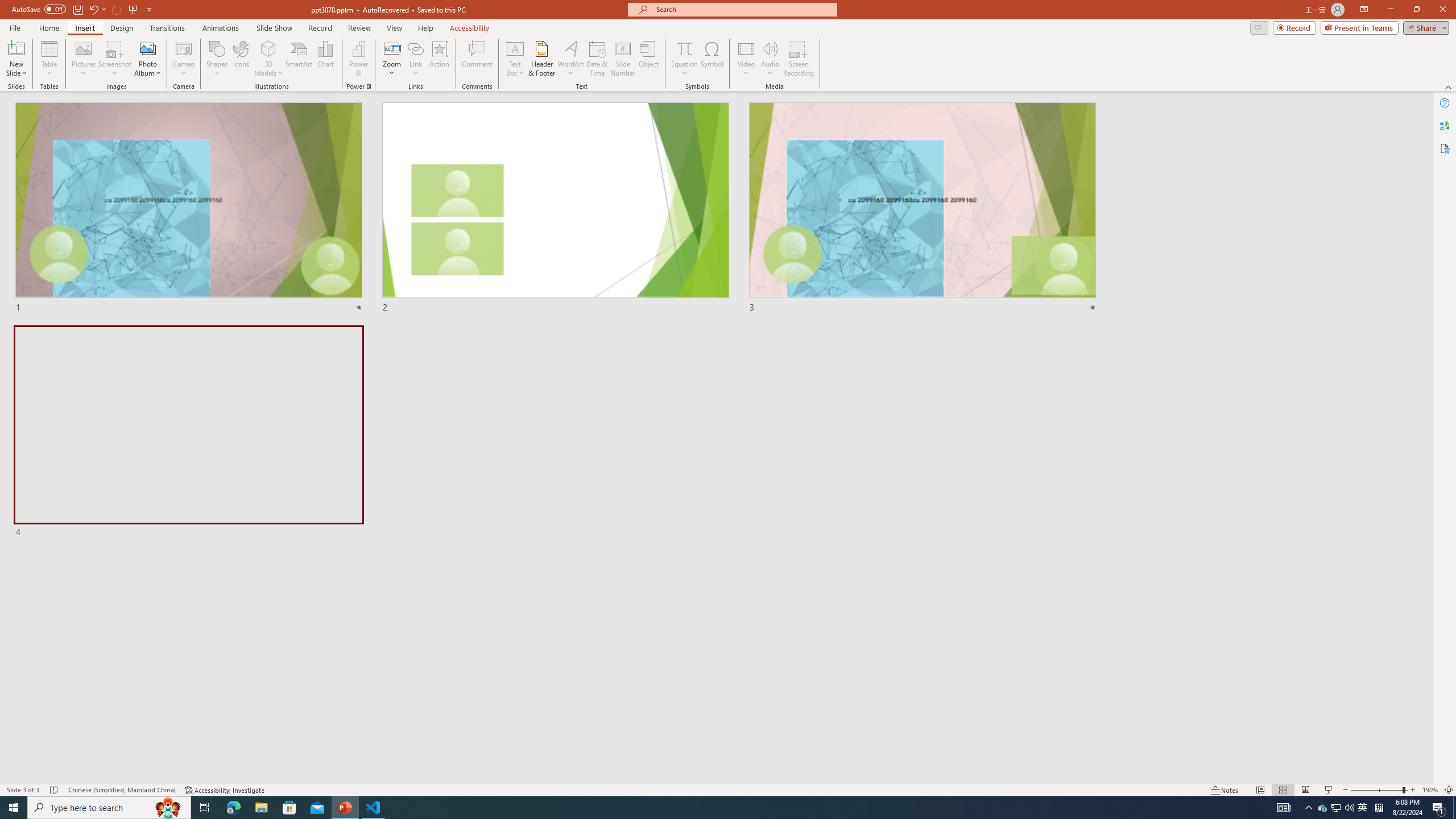  Describe the element at coordinates (712, 59) in the screenshot. I see `'Symbol...'` at that location.